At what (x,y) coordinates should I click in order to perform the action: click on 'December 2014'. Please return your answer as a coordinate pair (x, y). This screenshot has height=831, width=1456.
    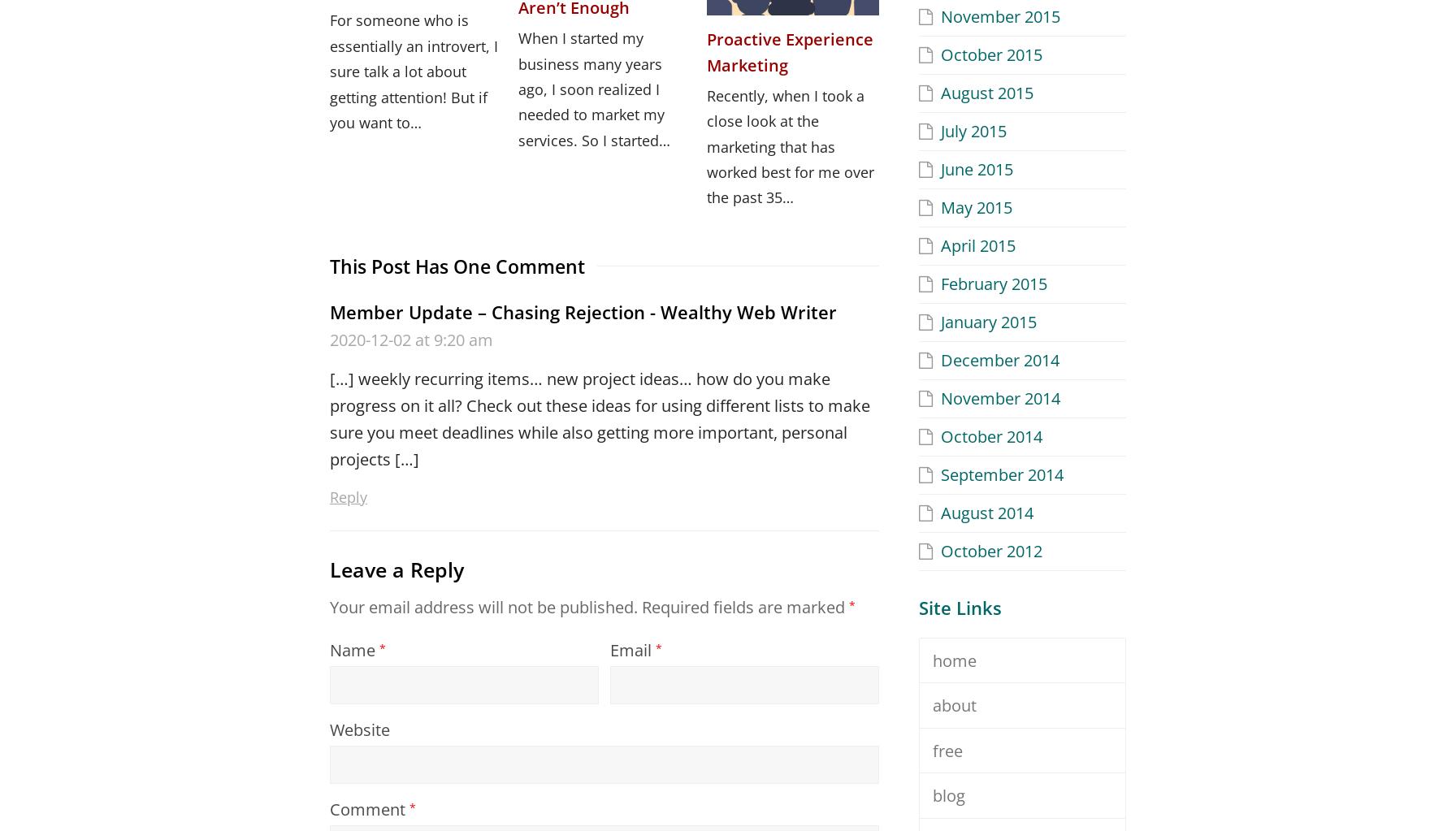
    Looking at the image, I should click on (999, 358).